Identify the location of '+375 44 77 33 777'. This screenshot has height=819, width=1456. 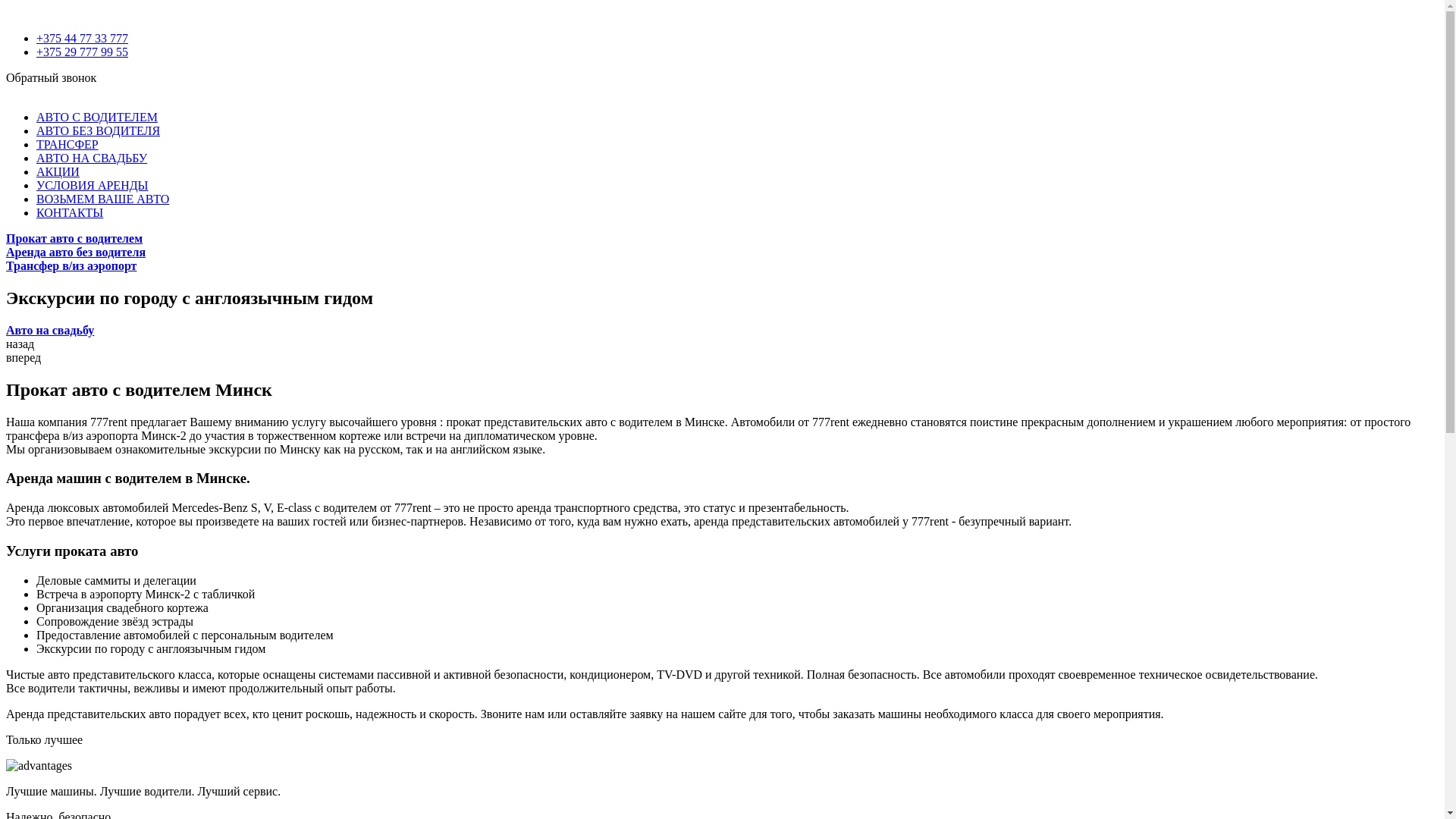
(36, 37).